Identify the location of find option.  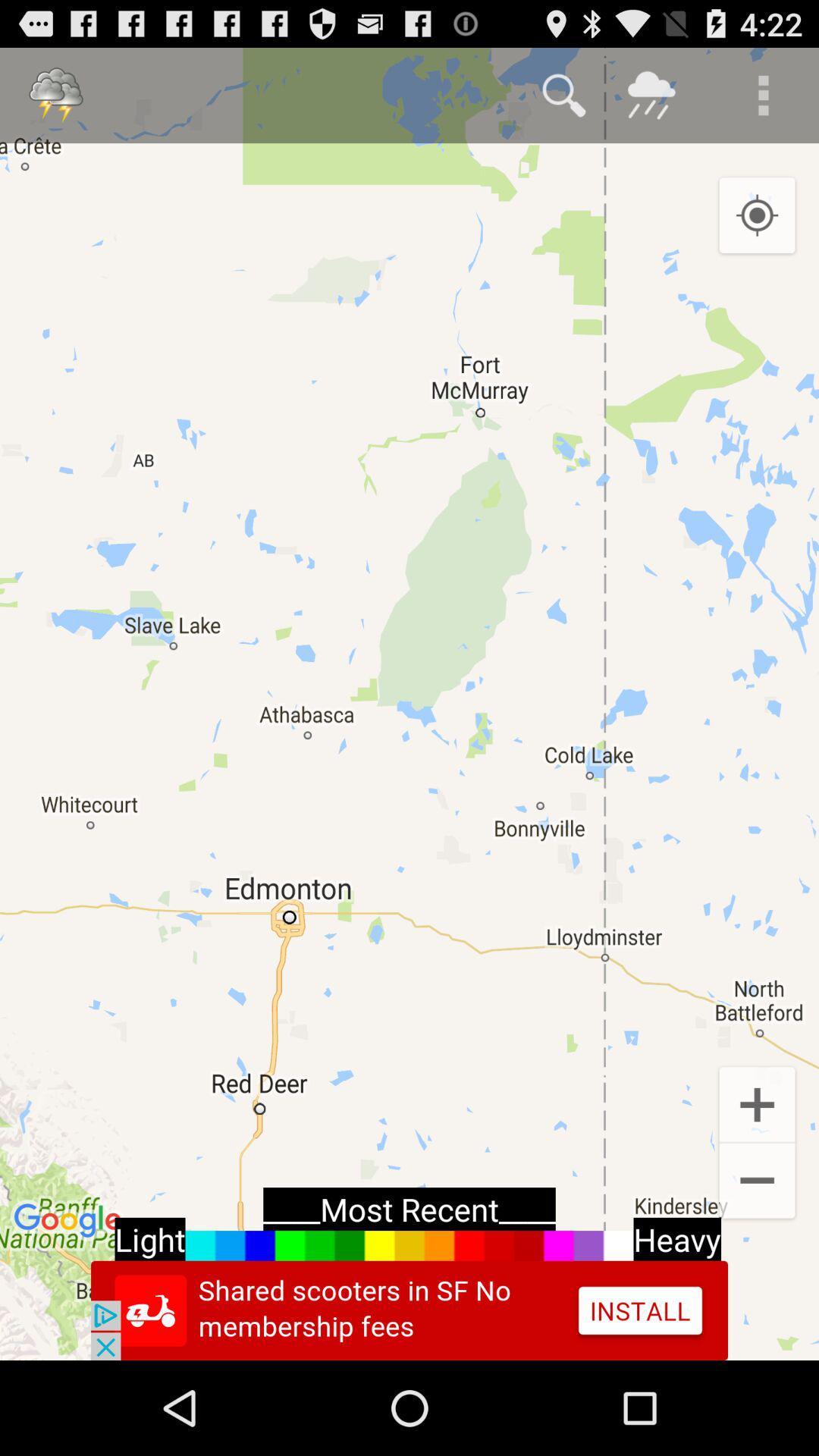
(564, 94).